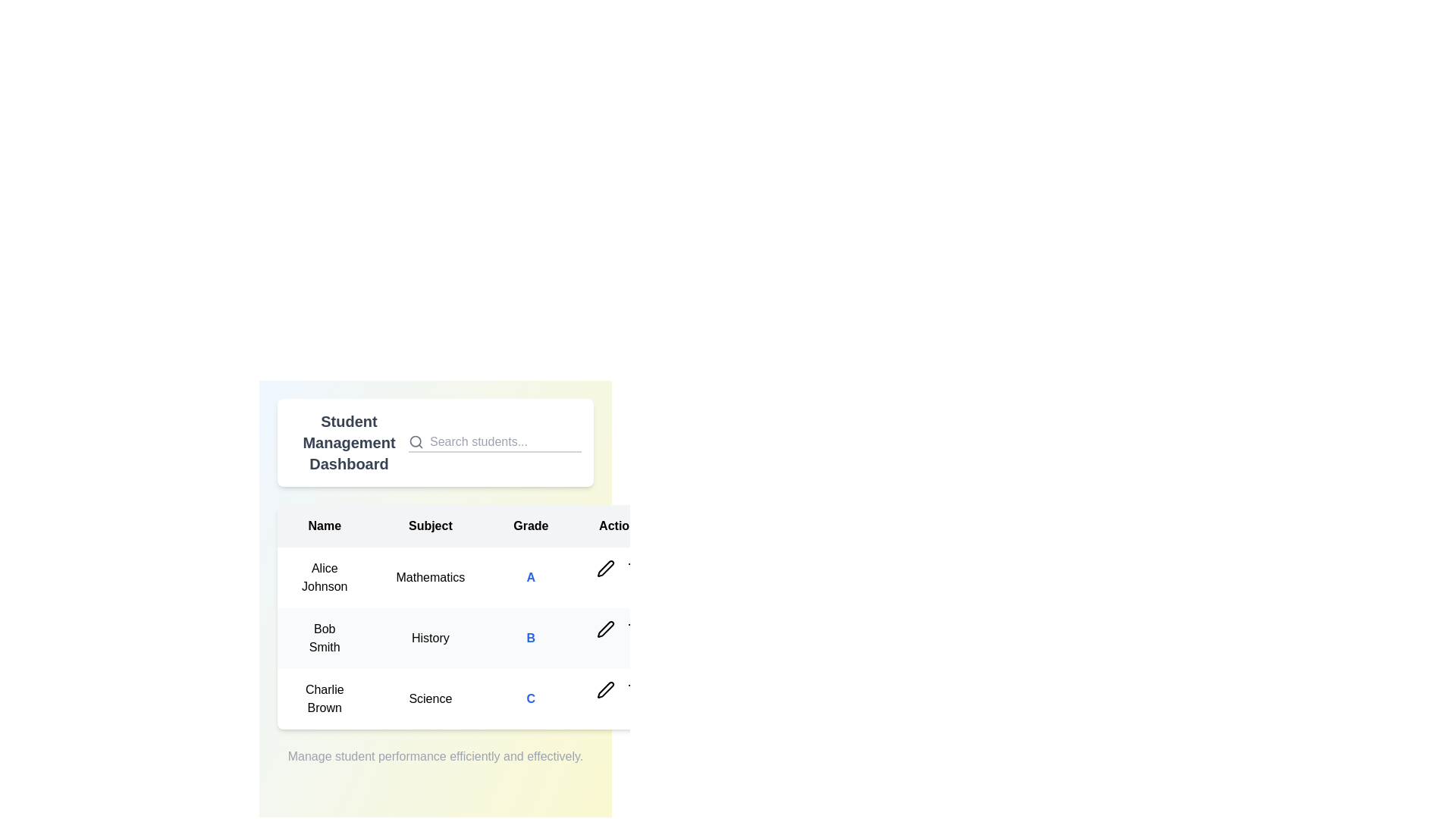 The height and width of the screenshot is (819, 1456). What do you see at coordinates (416, 441) in the screenshot?
I see `the search icon that visually denotes the search functionality, located to the left of the 'Search students...' input field` at bounding box center [416, 441].